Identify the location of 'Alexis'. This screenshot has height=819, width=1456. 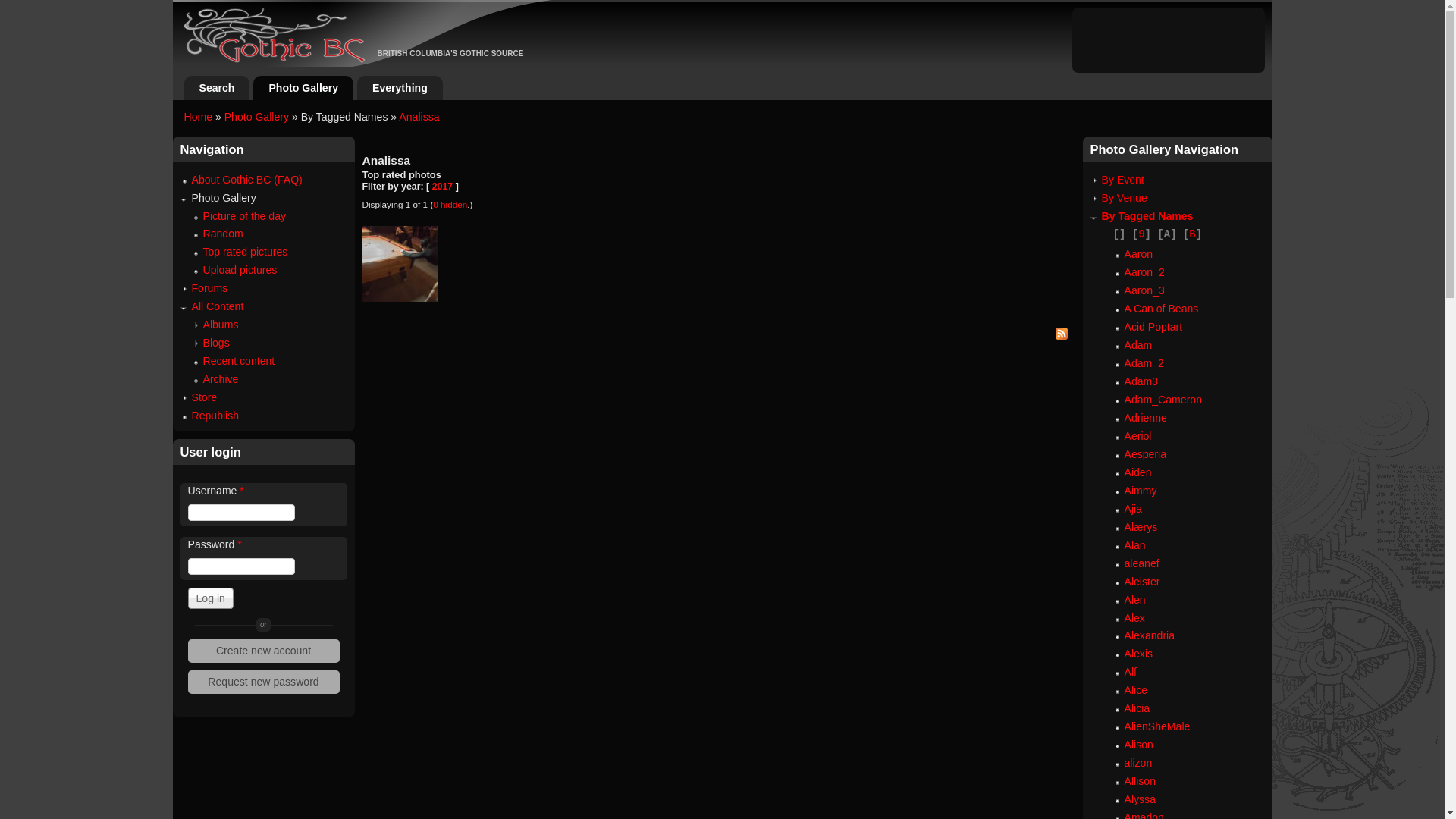
(1124, 652).